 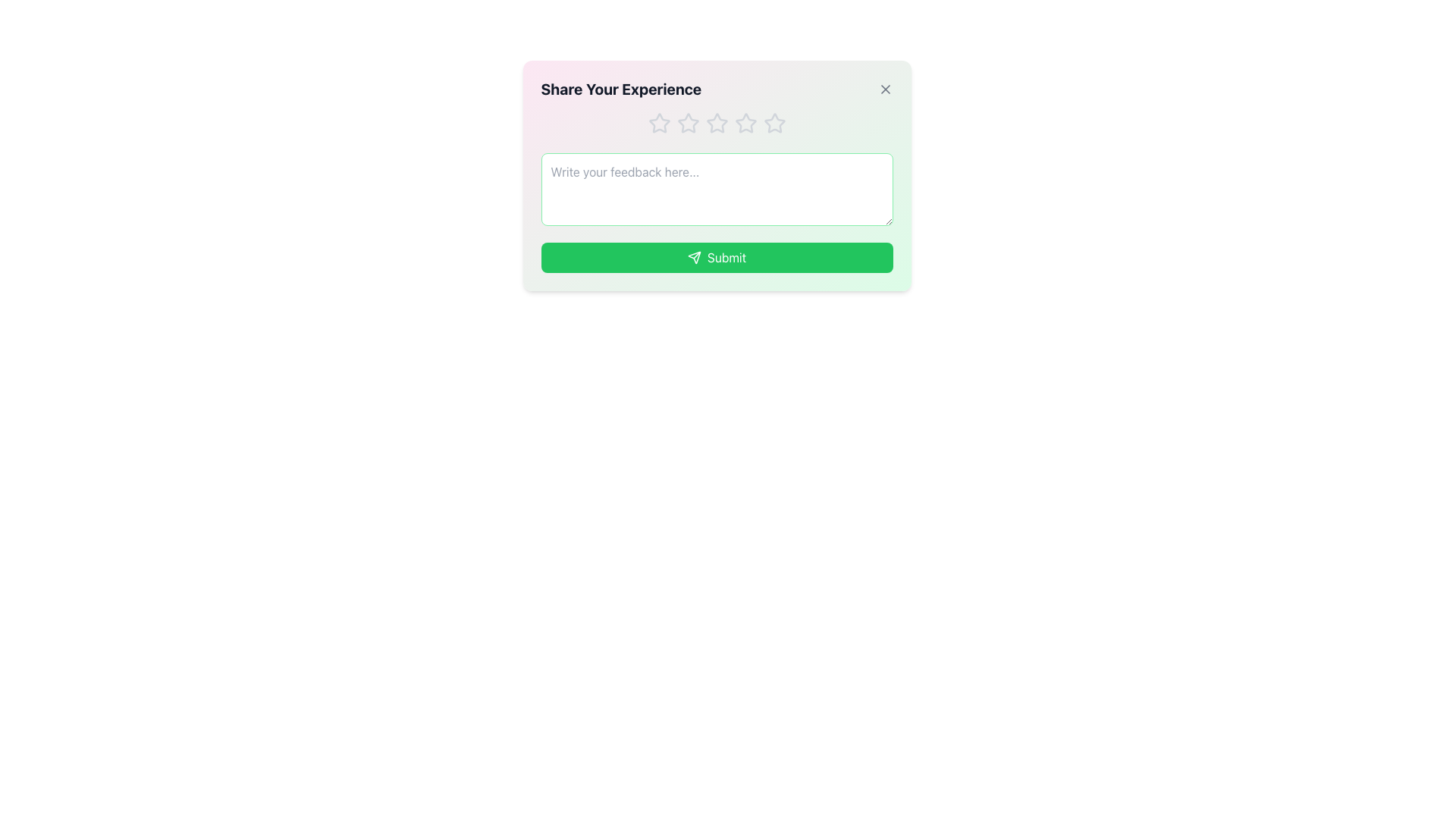 I want to click on the green 'Submit' button at the bottom of the feedback form, which contains the SVG icon for submitting feedback, so click(x=693, y=256).